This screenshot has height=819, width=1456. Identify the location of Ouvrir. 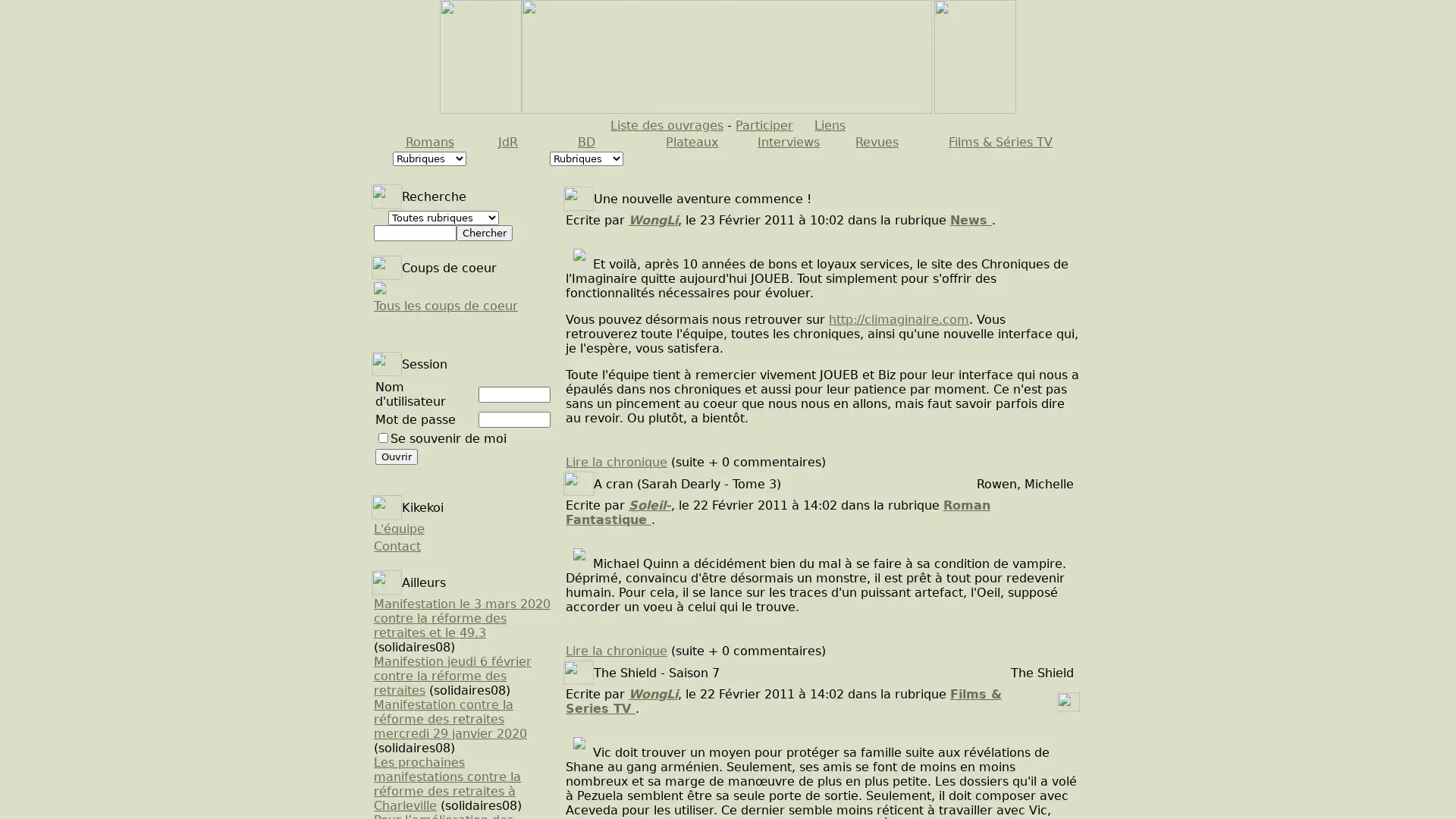
(397, 456).